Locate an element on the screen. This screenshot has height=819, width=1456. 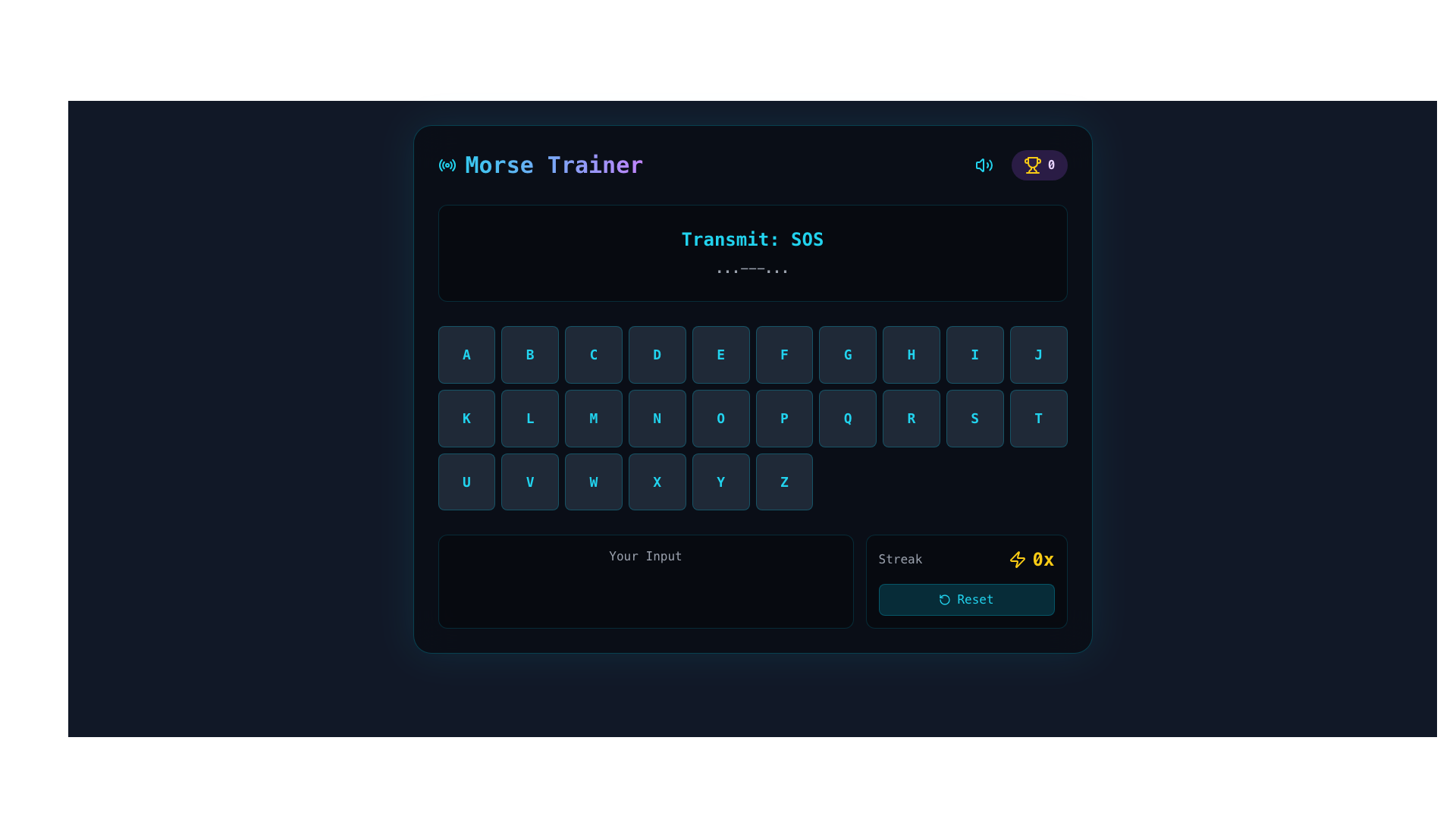
the button representing the letter 'S' in the alphabet grid, located in the fifth row and fifth column is located at coordinates (974, 418).